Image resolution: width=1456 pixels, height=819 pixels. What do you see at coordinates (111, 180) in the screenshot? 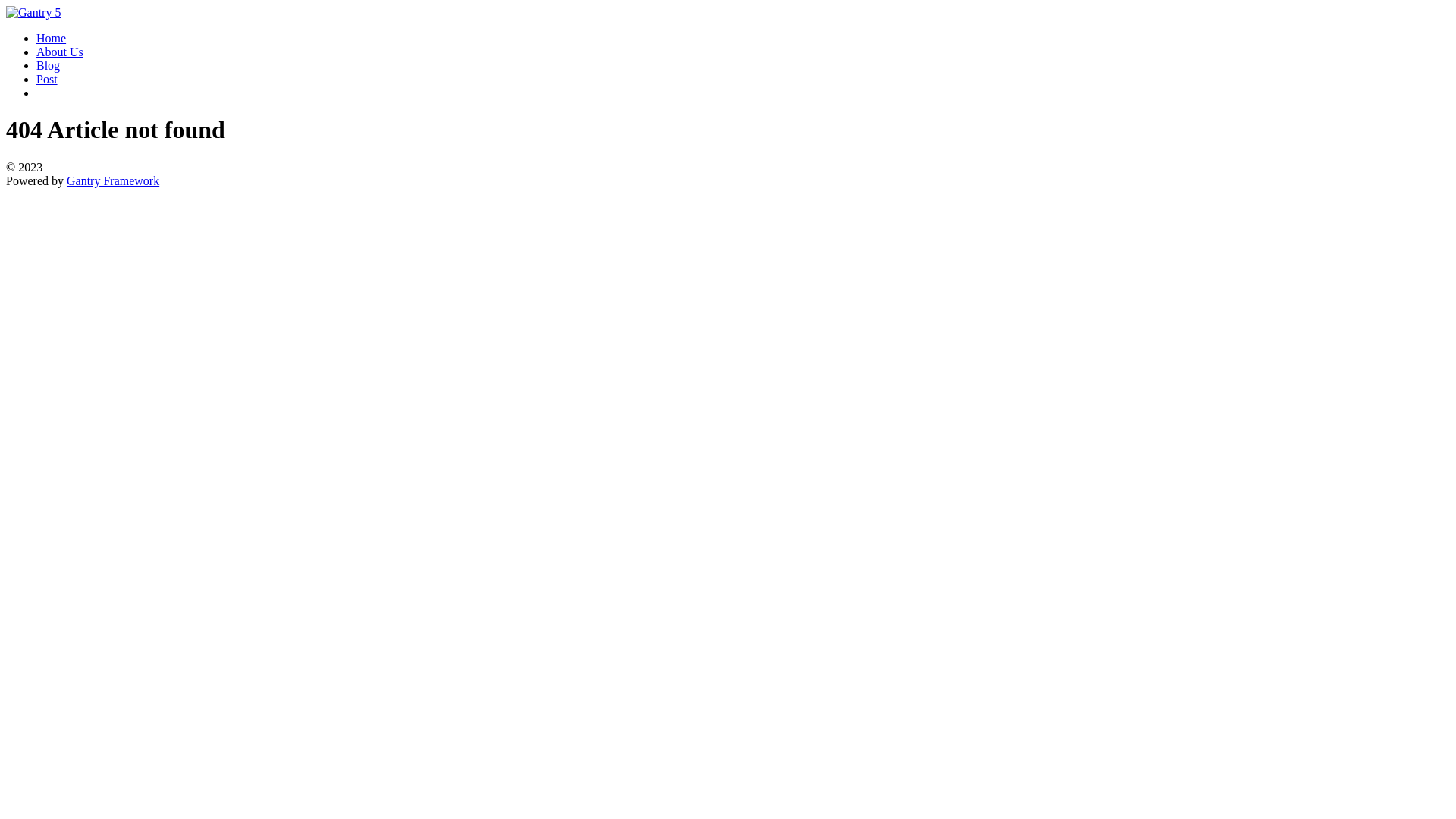
I see `'Gantry Framework'` at bounding box center [111, 180].